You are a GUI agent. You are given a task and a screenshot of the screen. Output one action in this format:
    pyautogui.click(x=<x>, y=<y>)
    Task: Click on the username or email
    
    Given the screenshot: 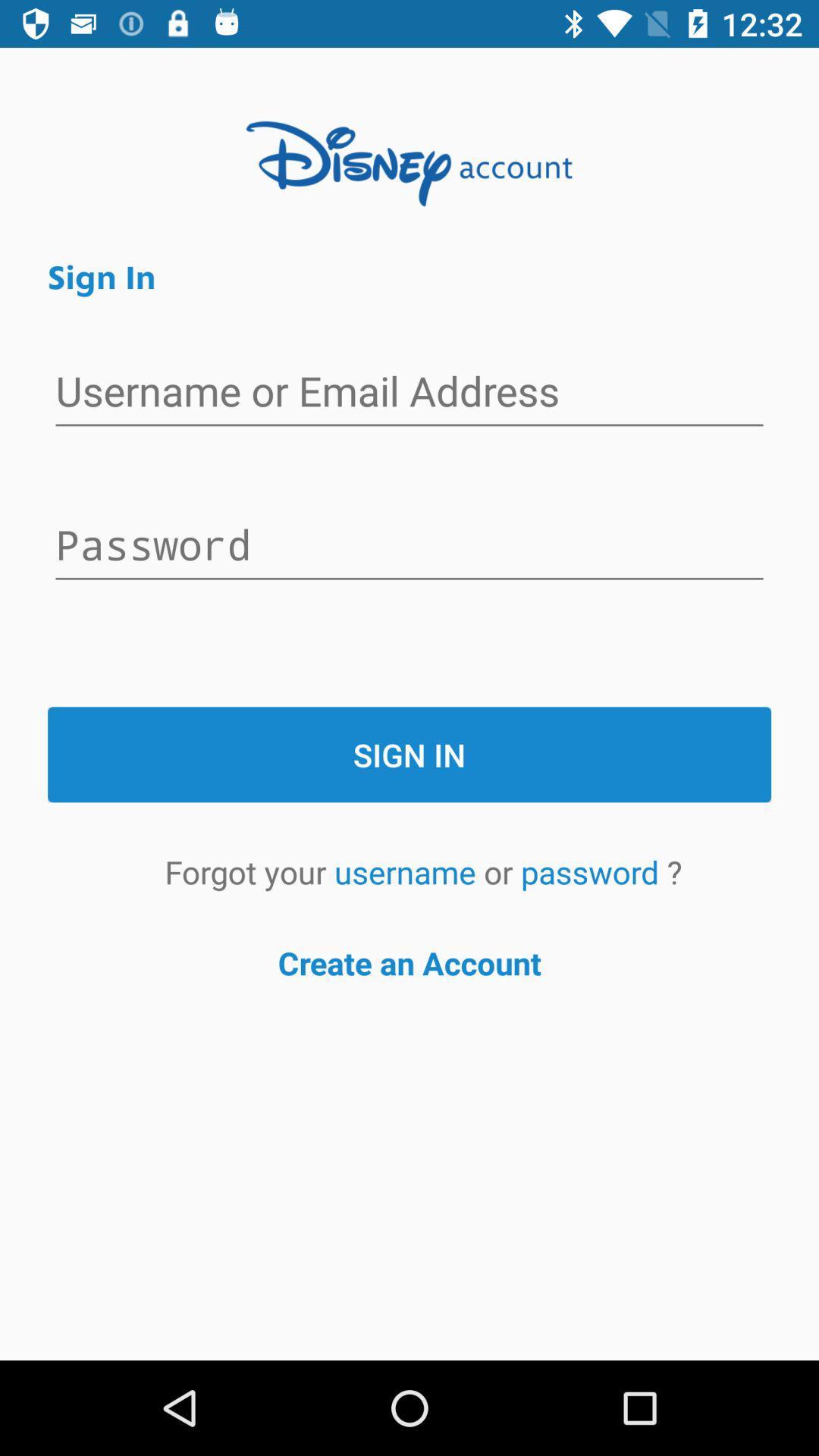 What is the action you would take?
    pyautogui.click(x=409, y=393)
    